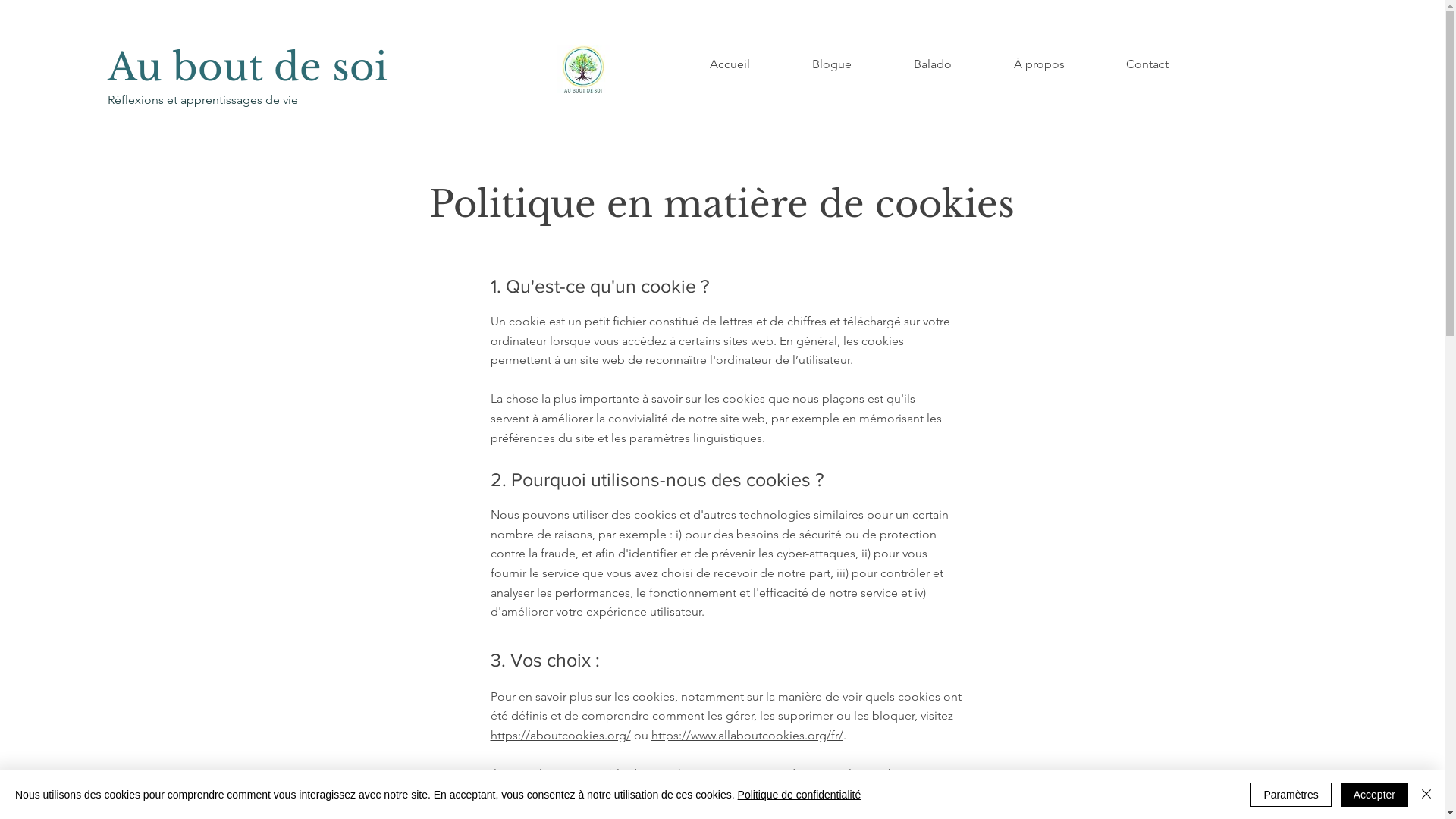 The width and height of the screenshot is (1456, 819). What do you see at coordinates (330, 66) in the screenshot?
I see `'de soi'` at bounding box center [330, 66].